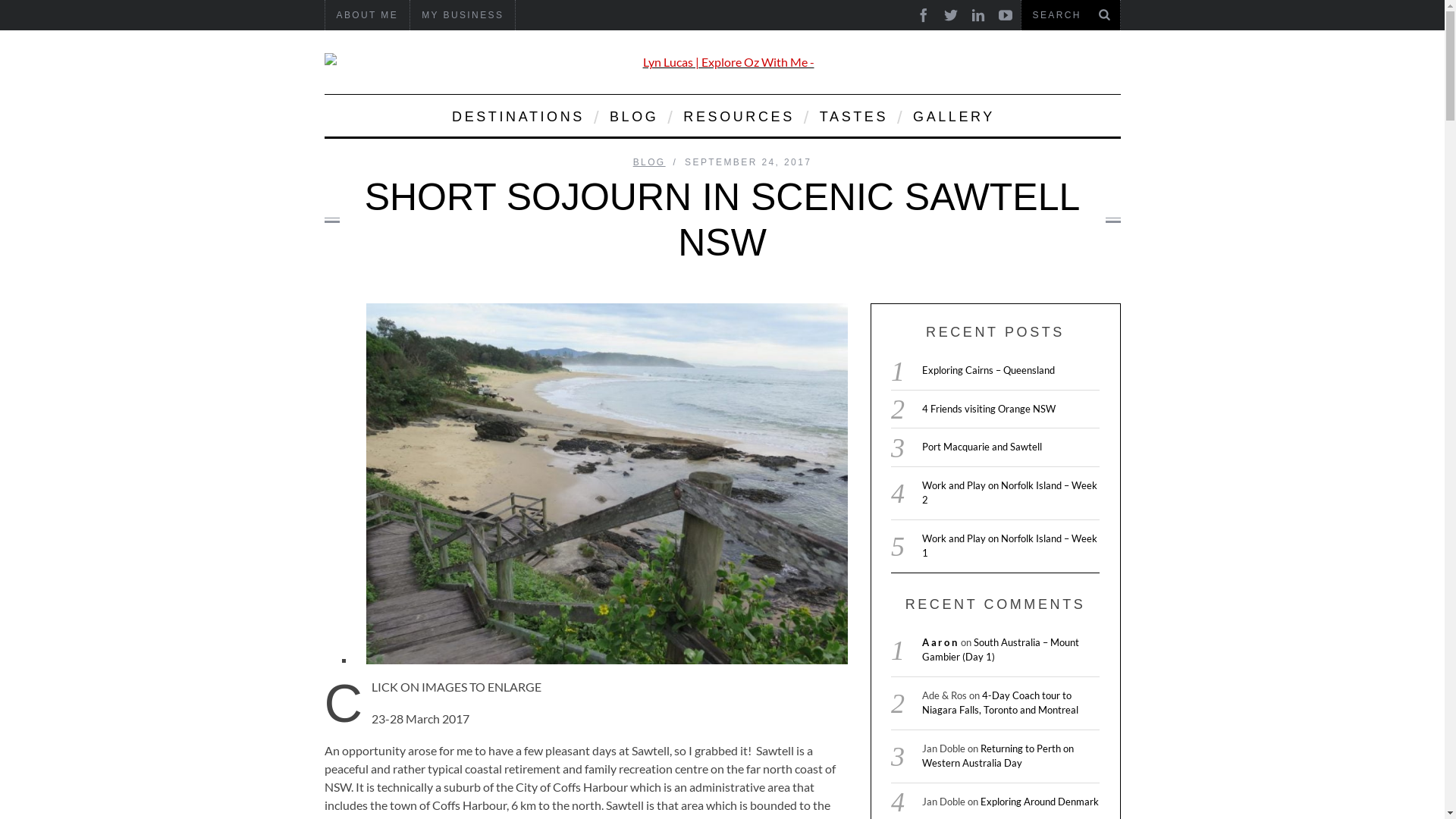 This screenshot has width=1456, height=819. Describe the element at coordinates (852, 115) in the screenshot. I see `'TASTES'` at that location.